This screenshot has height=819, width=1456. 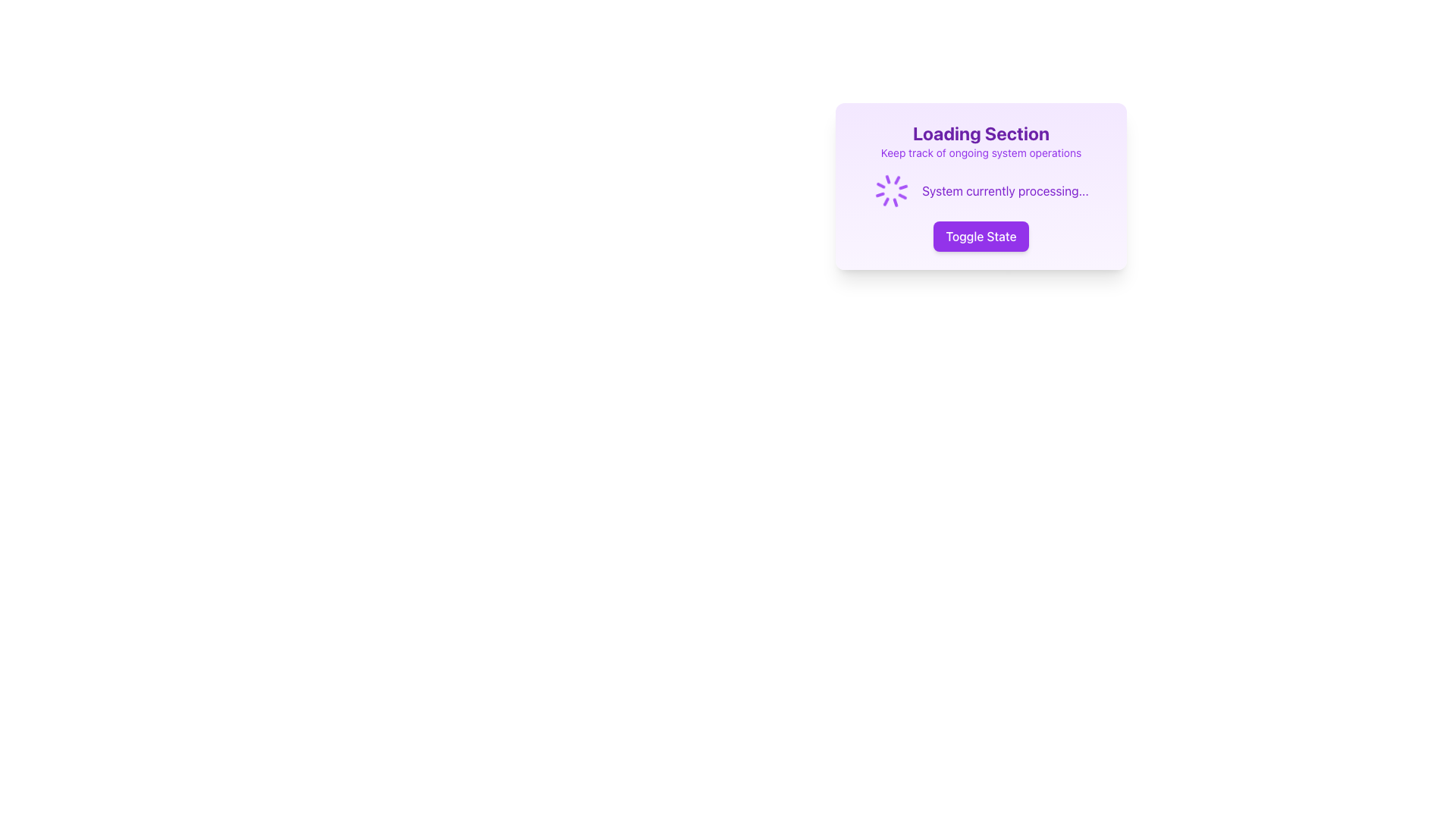 I want to click on the status indicator text label with a graphical loader icon located in the bottom third section of the card, so click(x=981, y=190).